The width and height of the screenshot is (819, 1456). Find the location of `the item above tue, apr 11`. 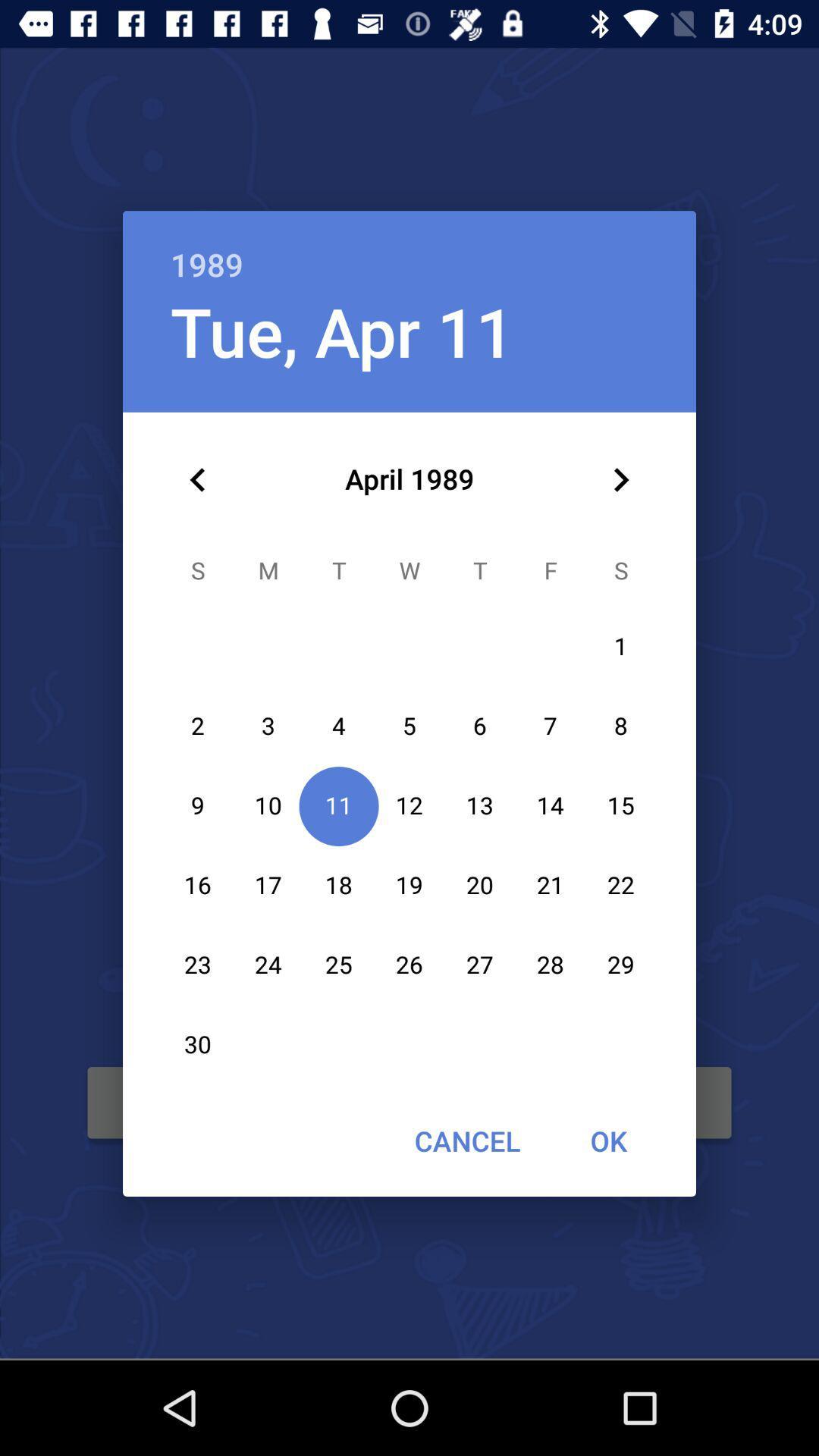

the item above tue, apr 11 is located at coordinates (409, 248).